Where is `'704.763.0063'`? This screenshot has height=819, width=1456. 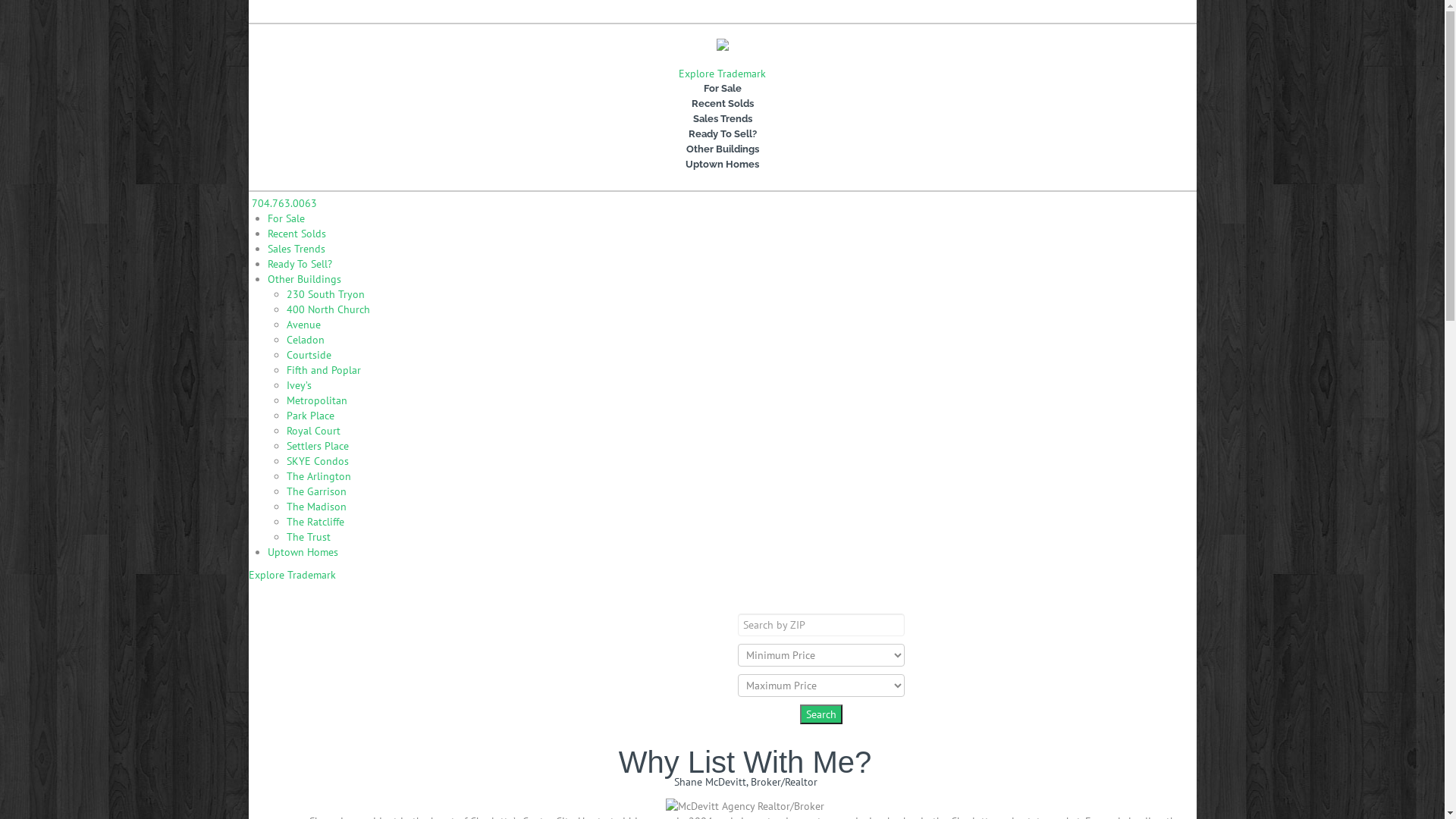 '704.763.0063' is located at coordinates (311, 11).